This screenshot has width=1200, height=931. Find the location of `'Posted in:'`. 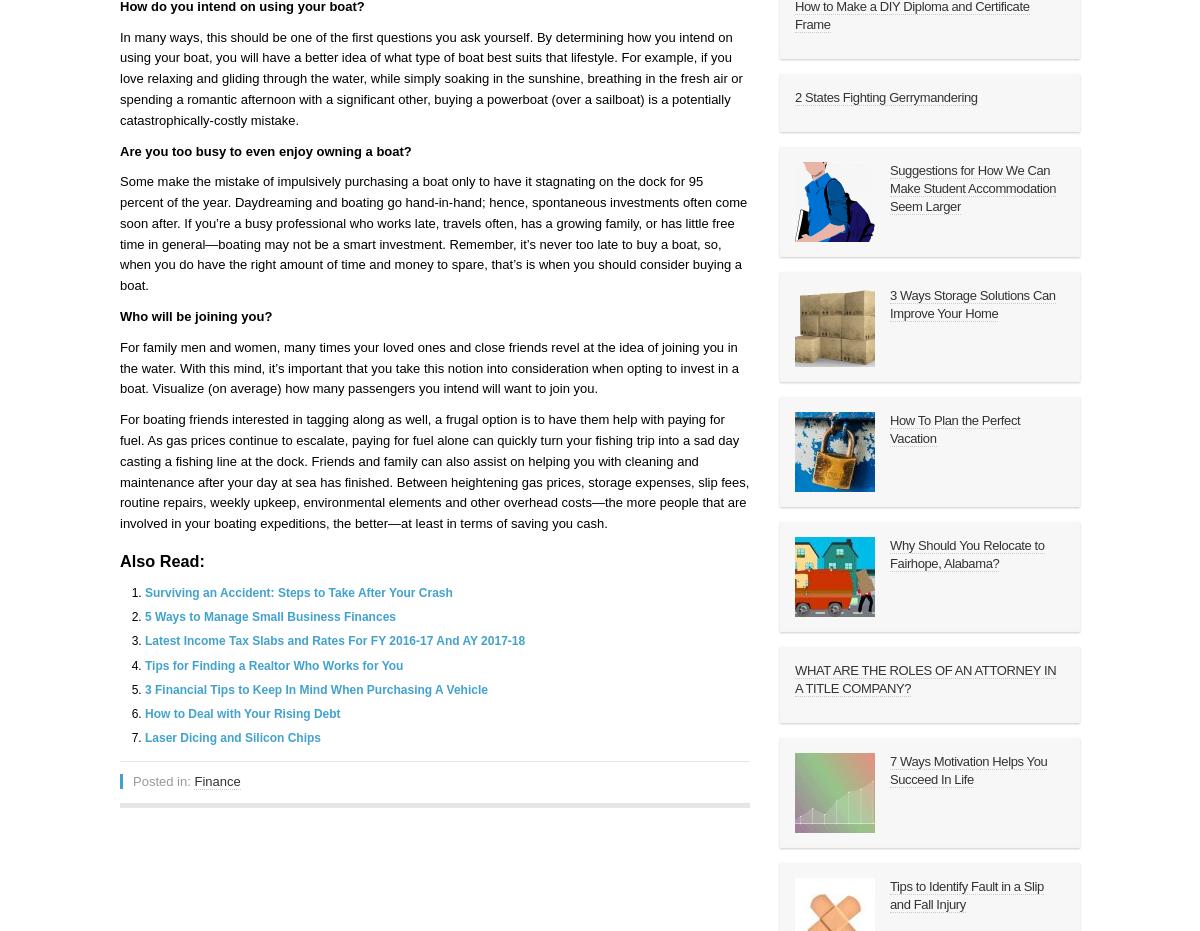

'Posted in:' is located at coordinates (132, 781).